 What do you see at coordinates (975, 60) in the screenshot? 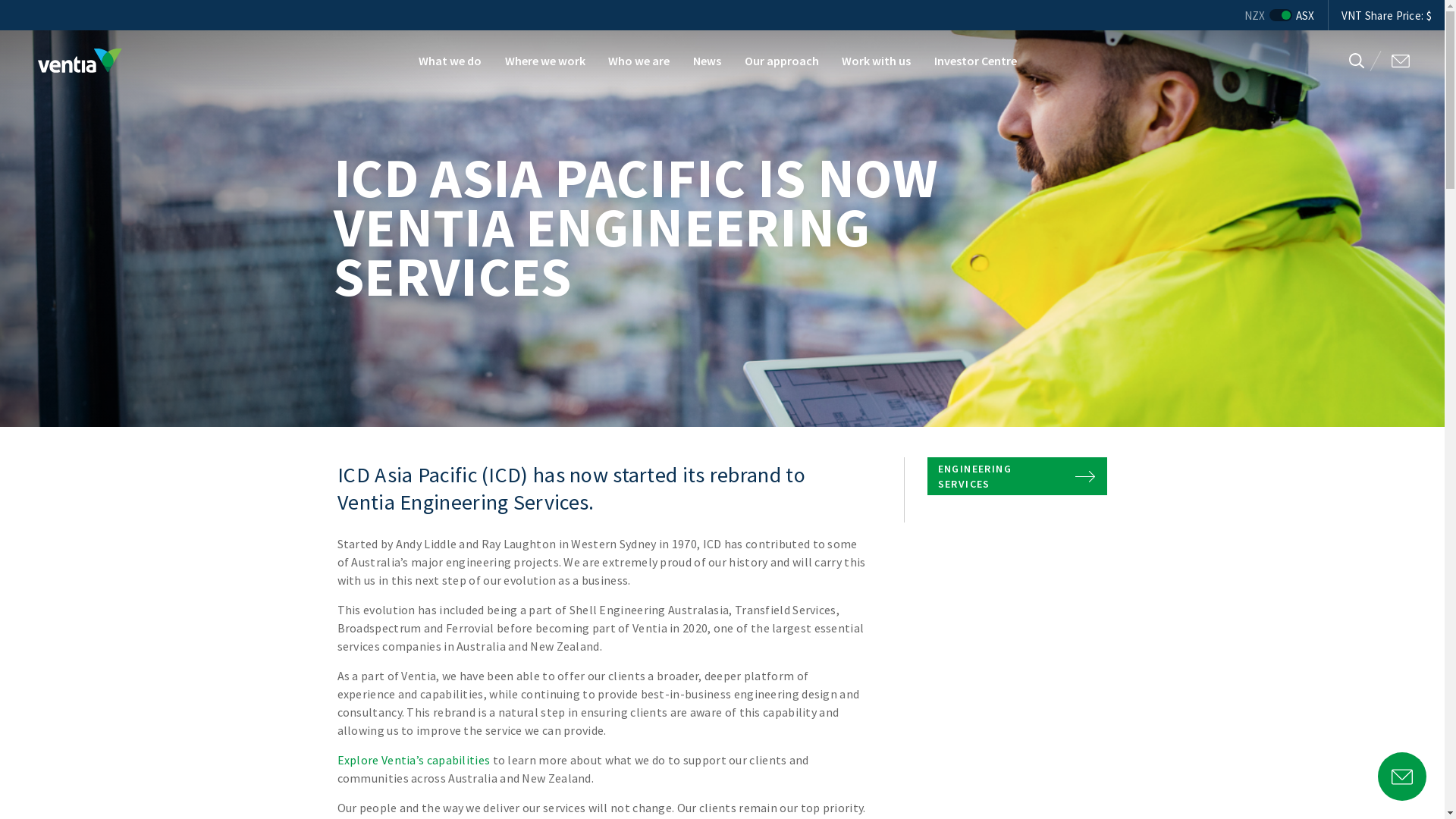
I see `'Investor Centre'` at bounding box center [975, 60].